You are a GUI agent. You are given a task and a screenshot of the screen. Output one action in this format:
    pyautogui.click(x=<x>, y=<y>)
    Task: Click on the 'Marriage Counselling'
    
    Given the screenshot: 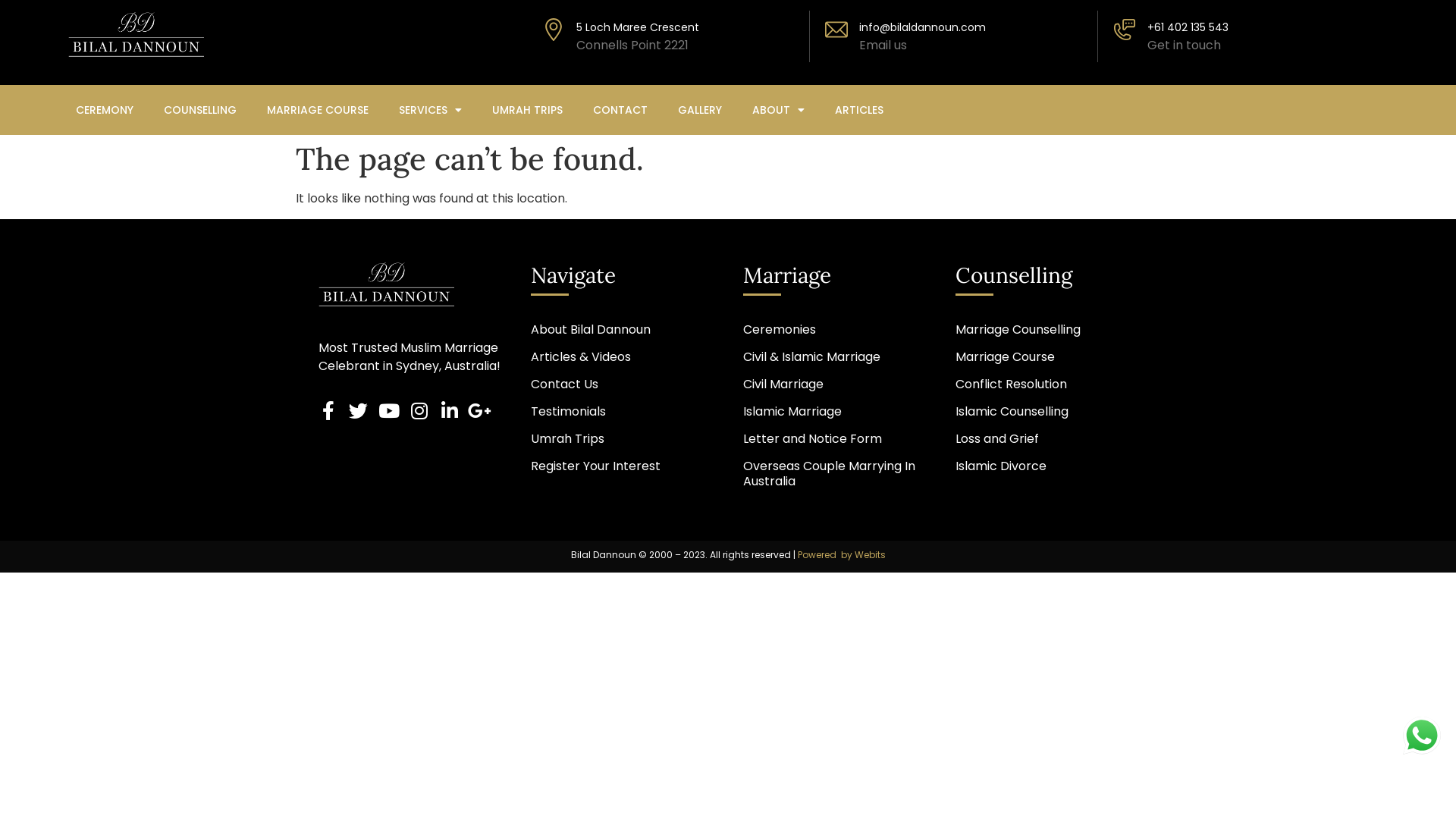 What is the action you would take?
    pyautogui.click(x=1046, y=329)
    